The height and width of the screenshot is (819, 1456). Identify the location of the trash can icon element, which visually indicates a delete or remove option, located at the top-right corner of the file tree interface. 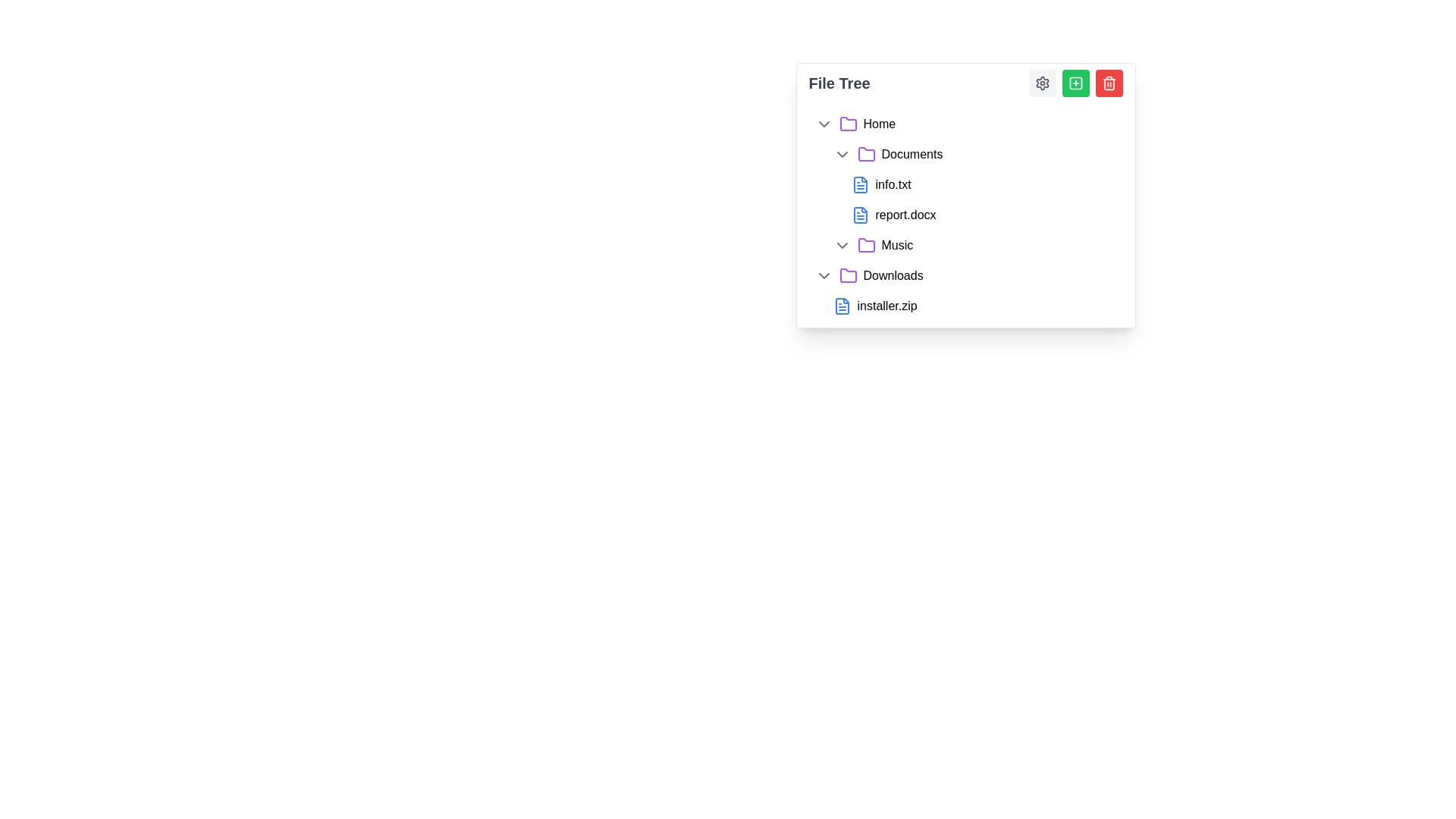
(1109, 84).